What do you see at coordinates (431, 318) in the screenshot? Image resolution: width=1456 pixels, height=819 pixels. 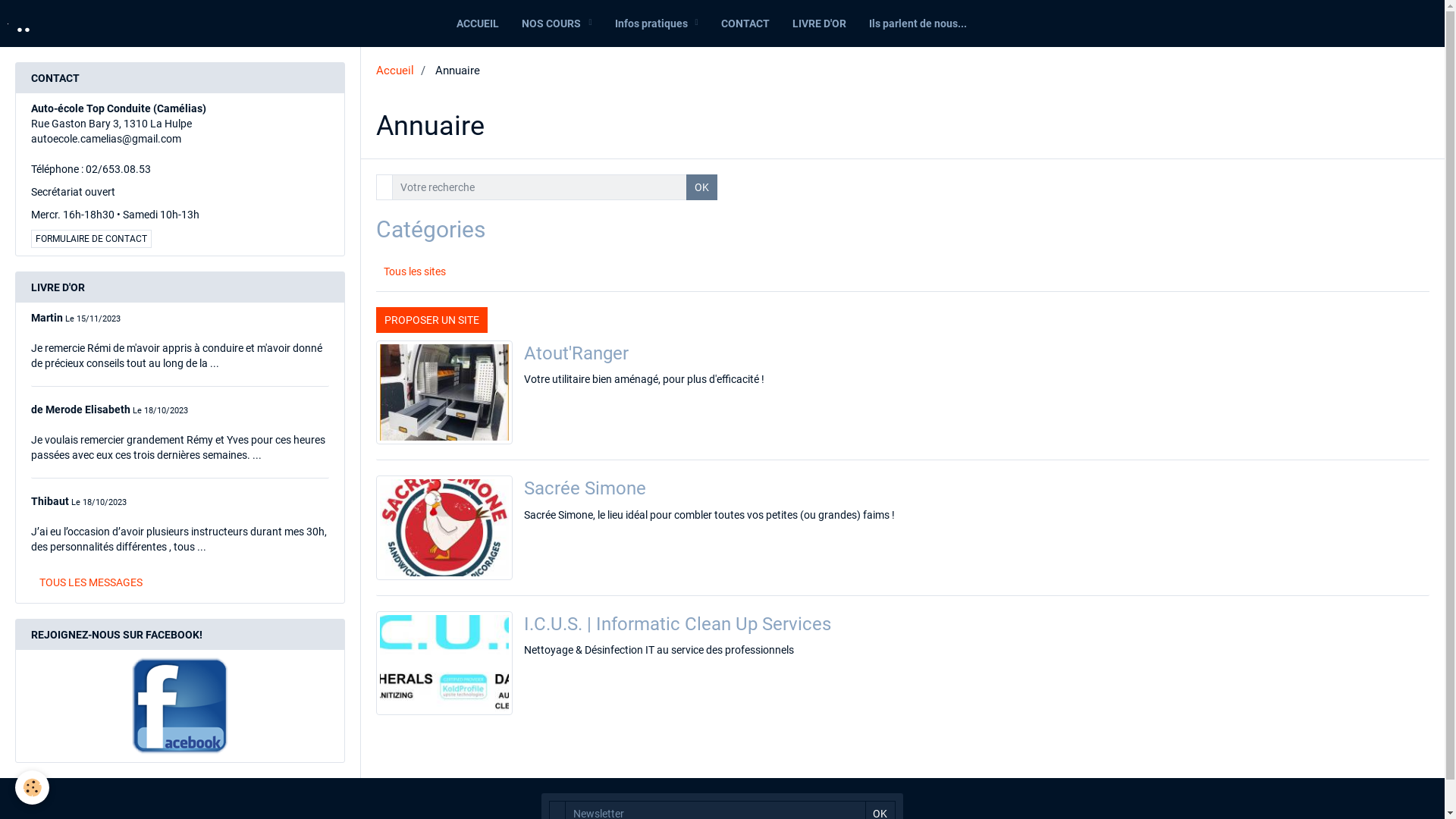 I see `'PROPOSER UN SITE'` at bounding box center [431, 318].